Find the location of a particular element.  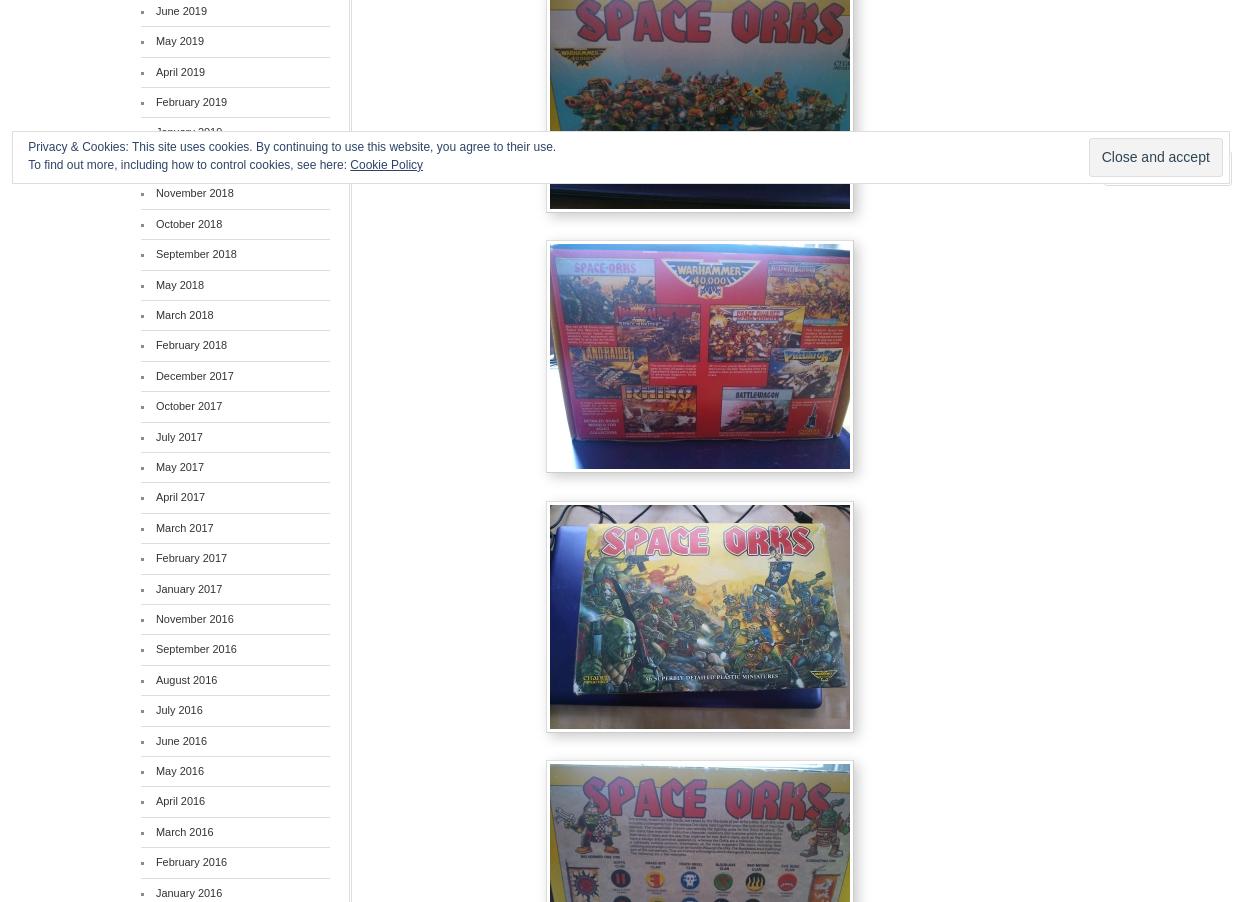

'September 2016' is located at coordinates (195, 647).